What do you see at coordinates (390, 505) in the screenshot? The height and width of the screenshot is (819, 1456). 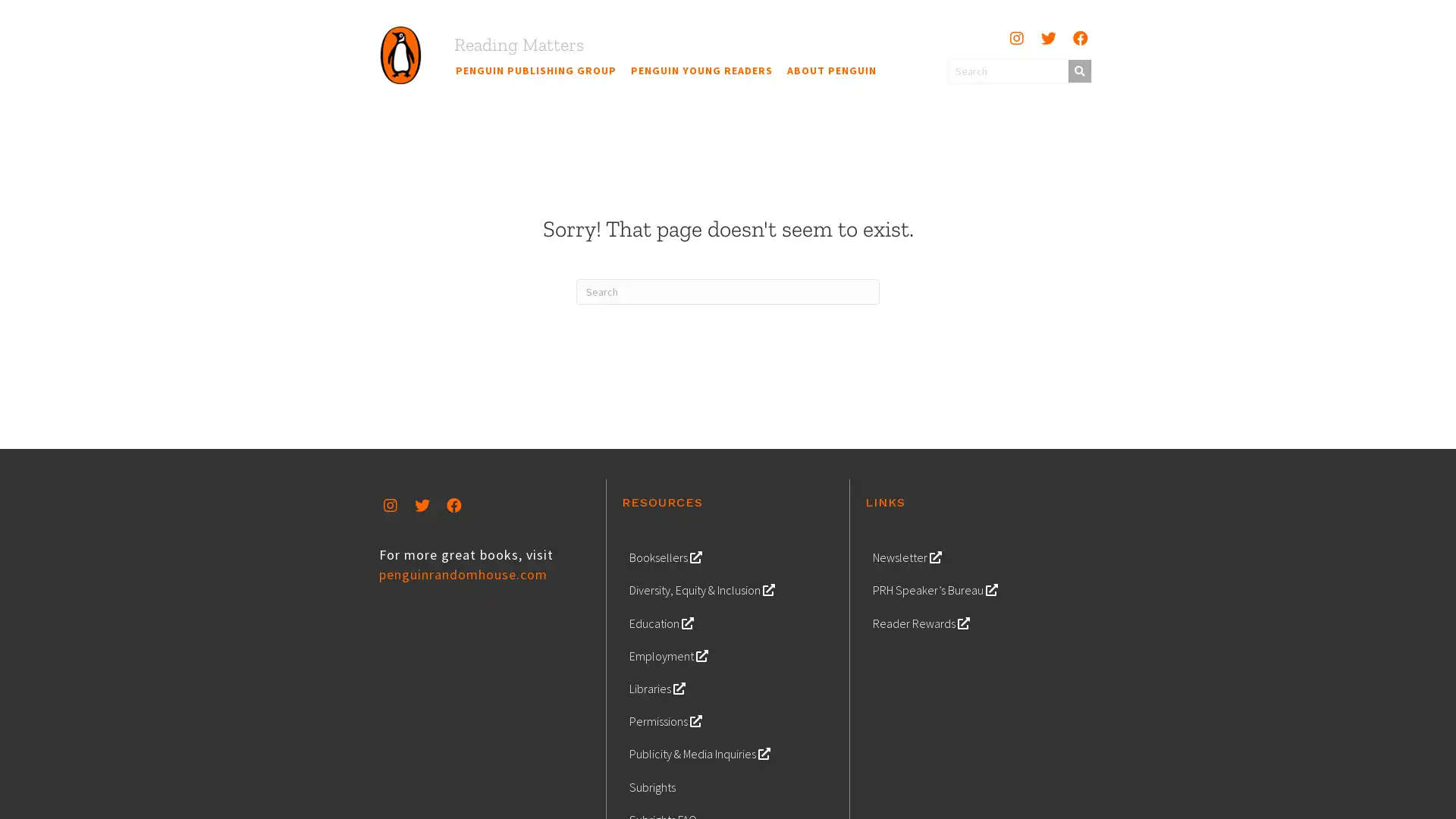 I see `Instagram` at bounding box center [390, 505].